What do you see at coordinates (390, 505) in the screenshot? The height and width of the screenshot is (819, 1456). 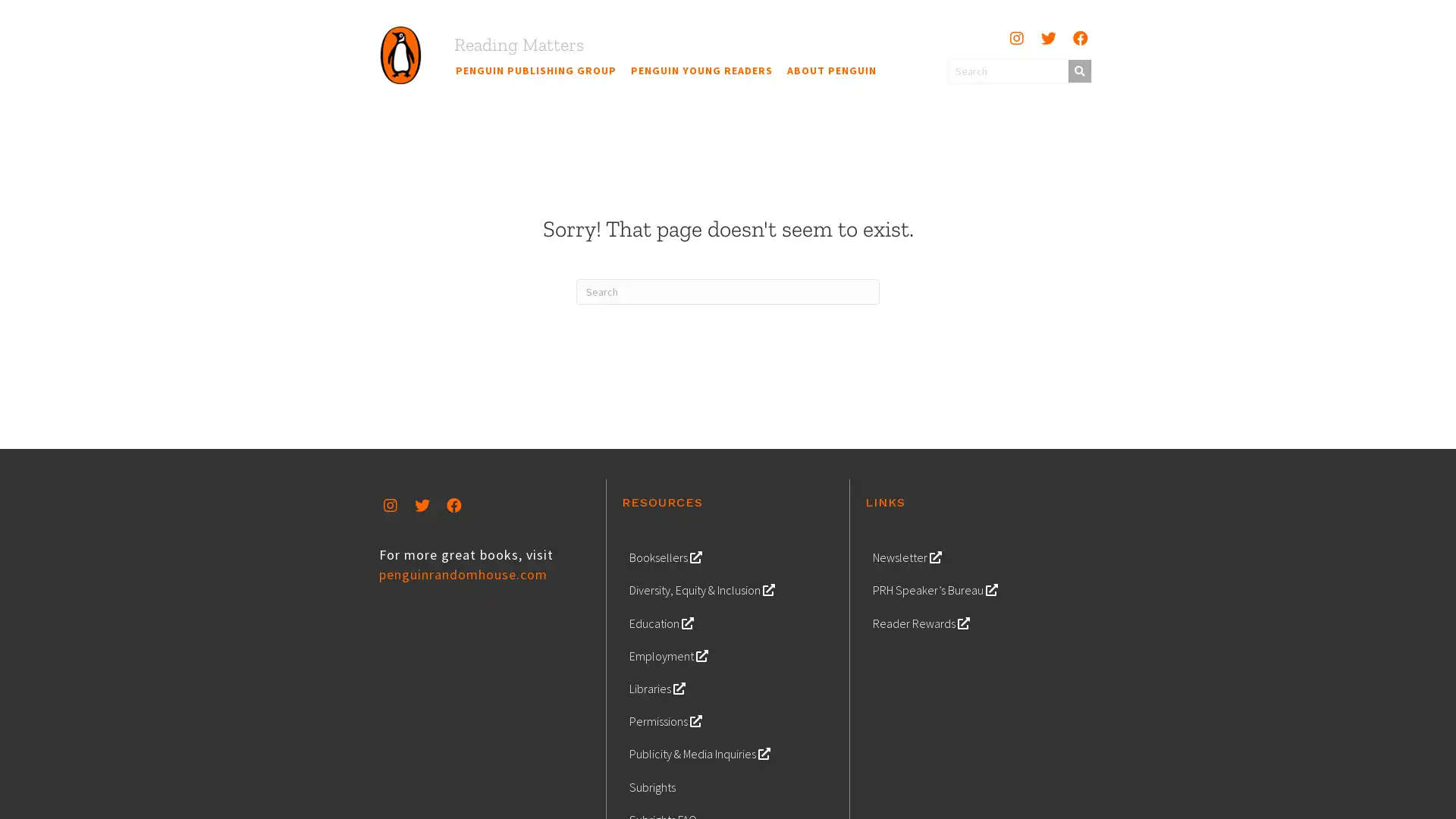 I see `Instagram` at bounding box center [390, 505].